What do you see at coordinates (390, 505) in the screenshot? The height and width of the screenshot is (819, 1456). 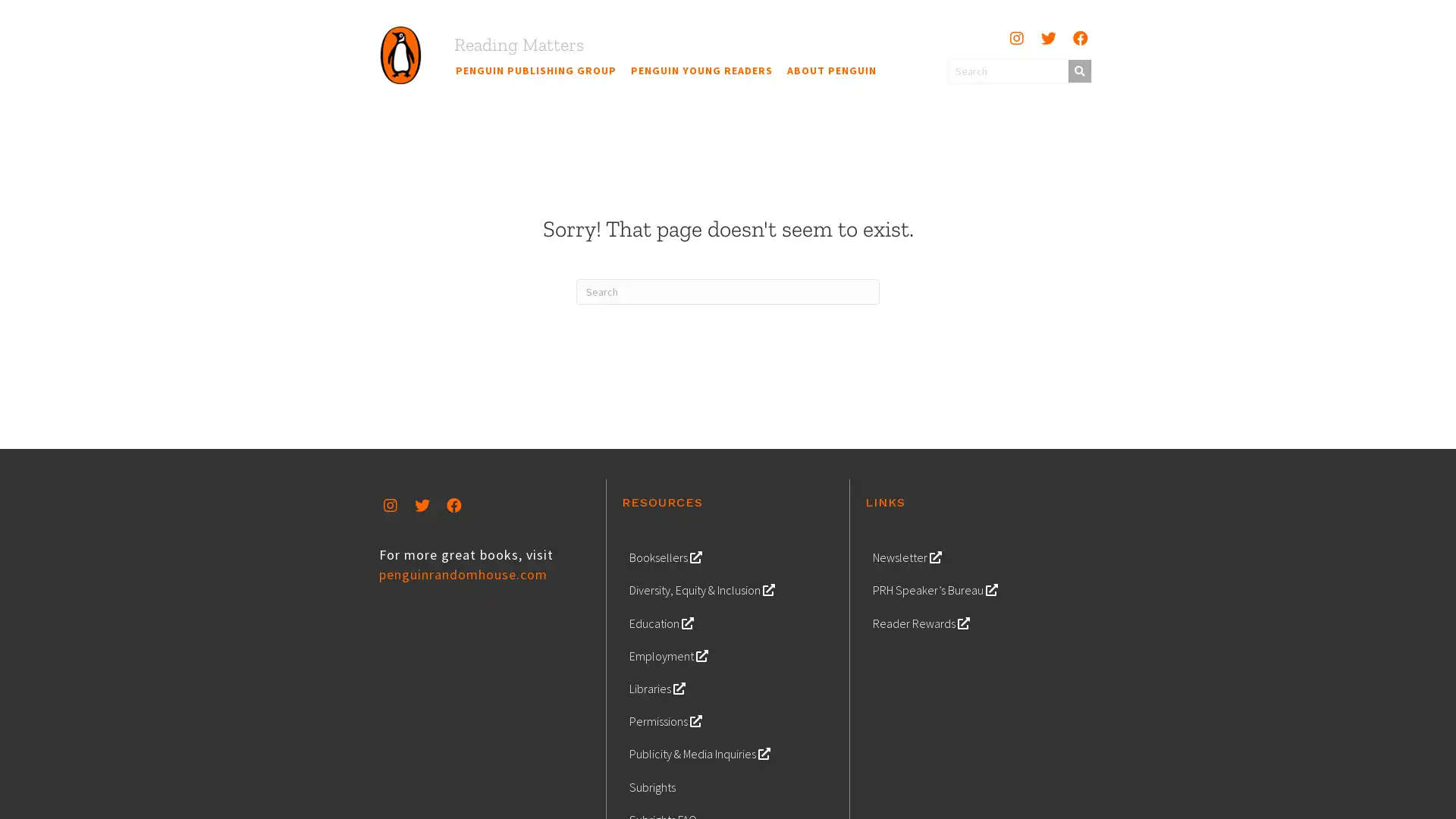 I see `Instagram` at bounding box center [390, 505].